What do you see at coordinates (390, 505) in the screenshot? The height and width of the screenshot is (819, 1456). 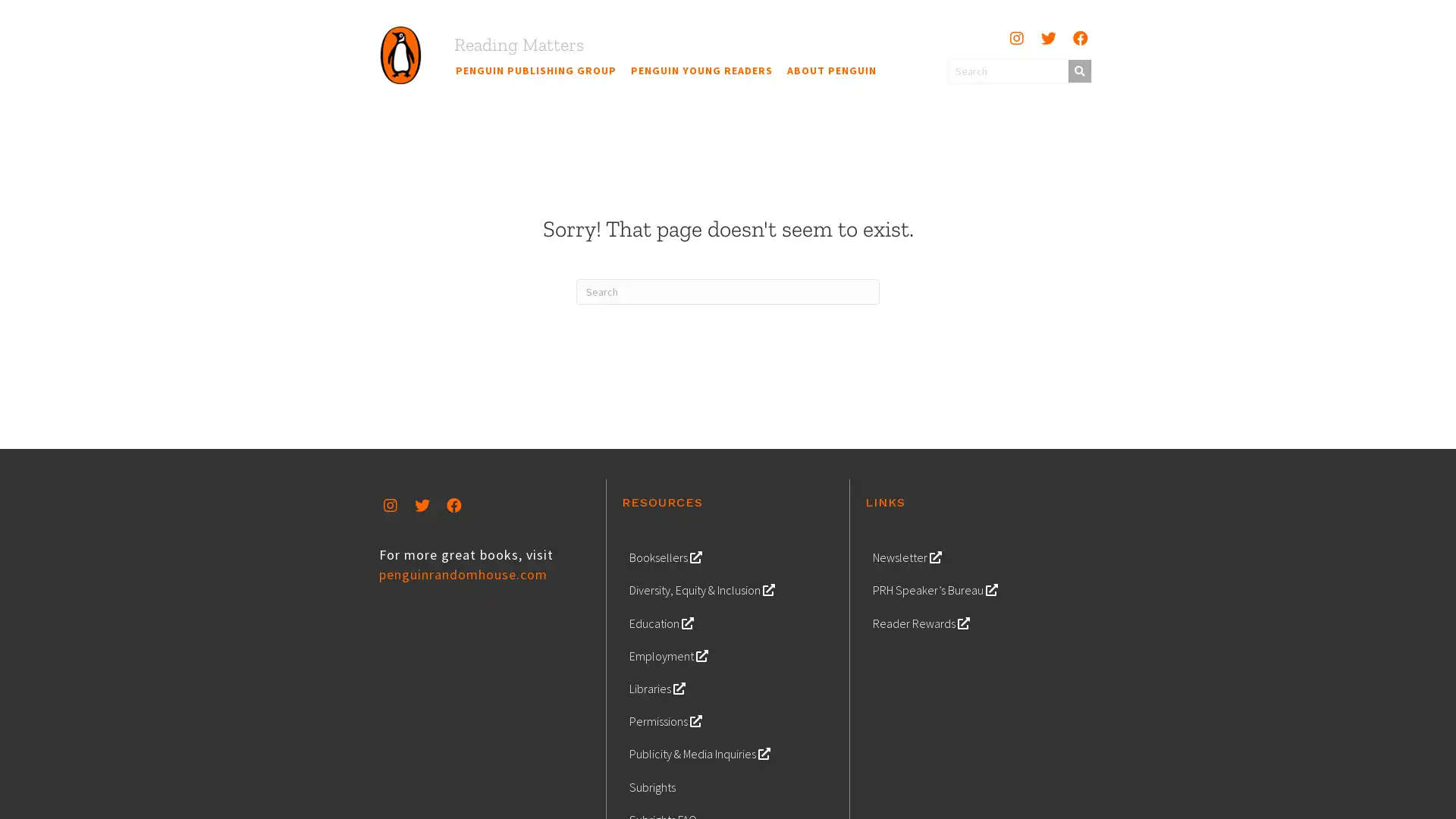 I see `Instagram` at bounding box center [390, 505].